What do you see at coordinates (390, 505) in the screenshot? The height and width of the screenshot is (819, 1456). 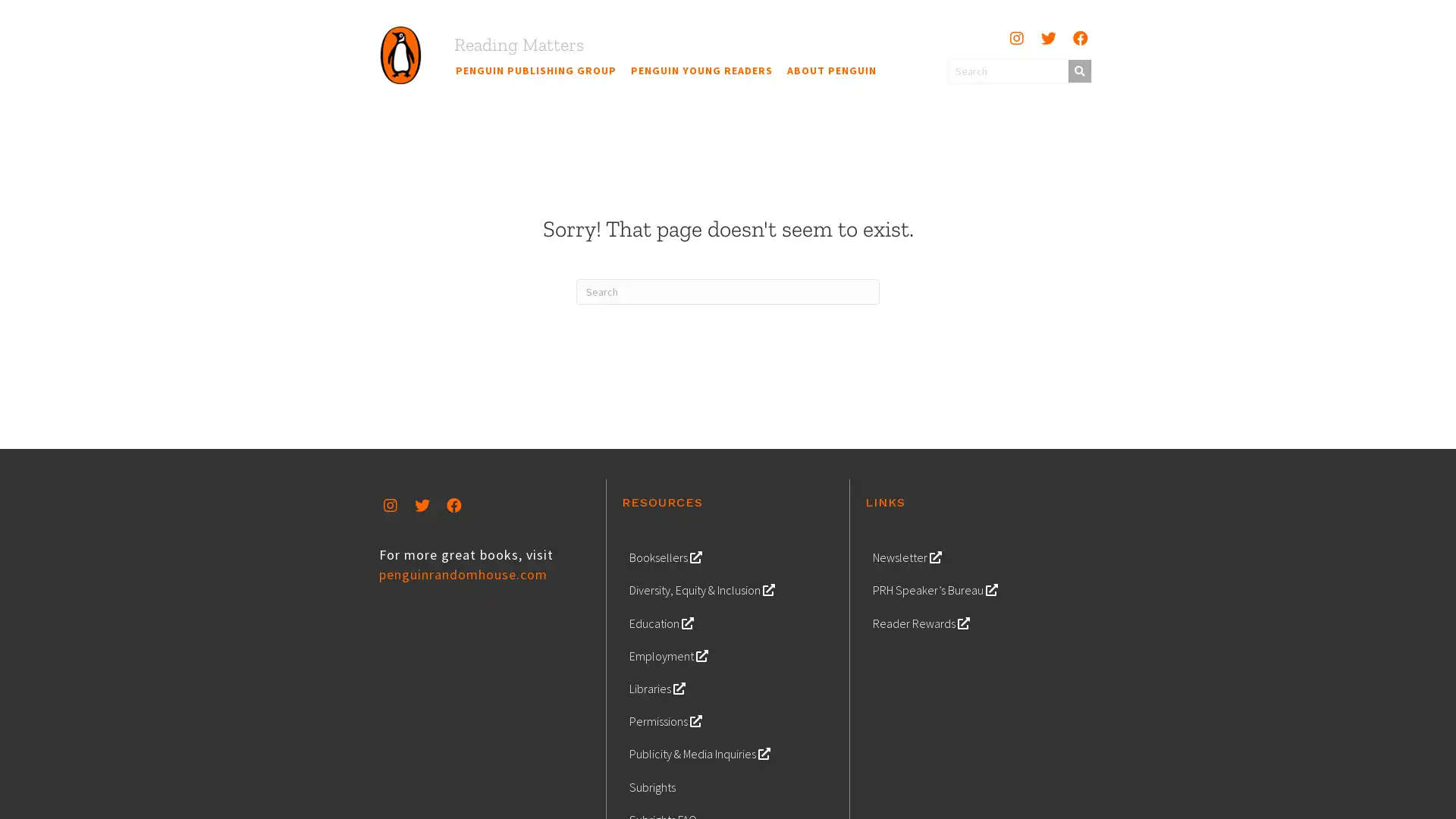 I see `Instagram` at bounding box center [390, 505].